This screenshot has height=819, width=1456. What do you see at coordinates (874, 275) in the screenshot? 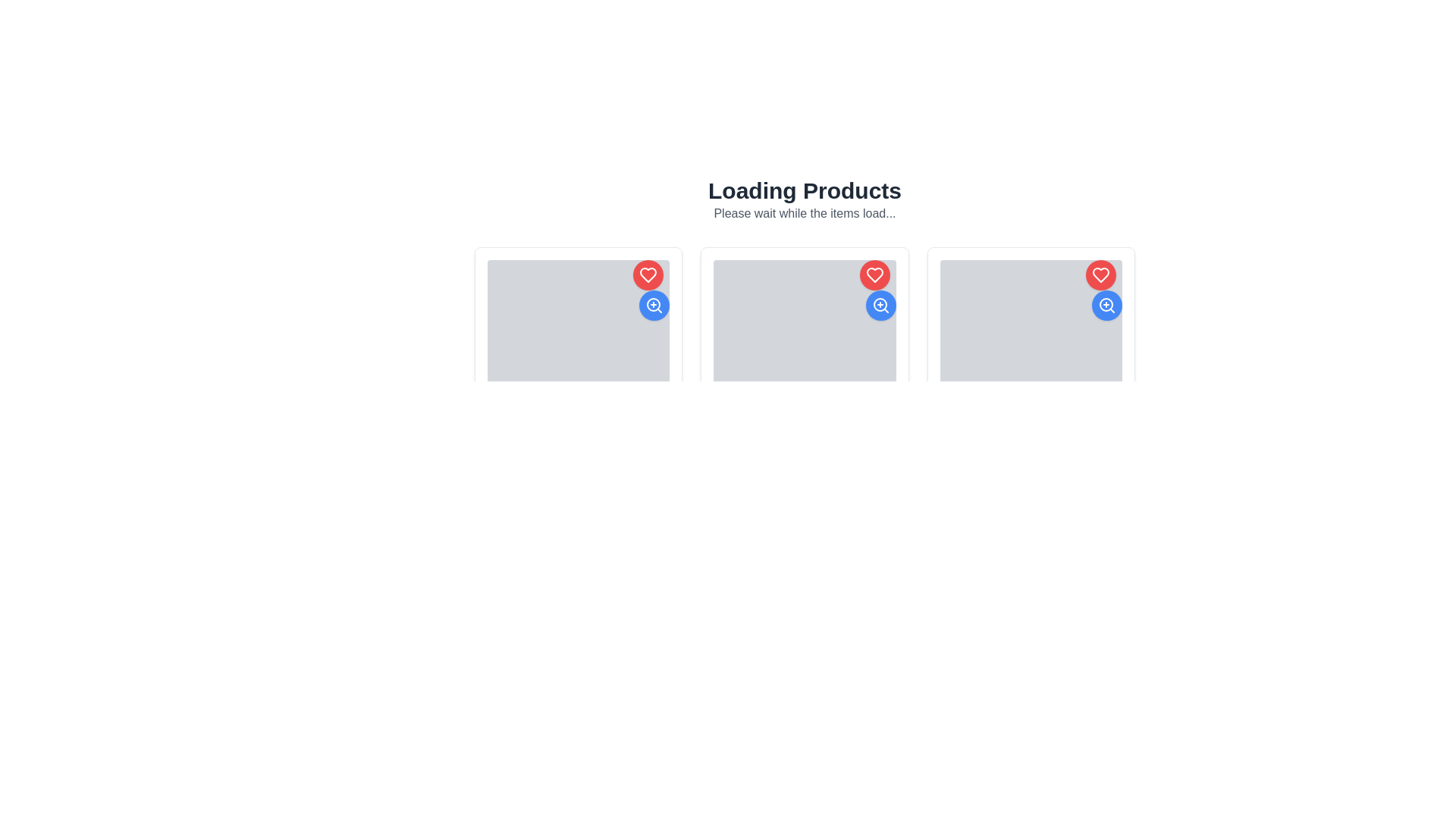
I see `the heart icon located in the top-right corner of the first rectangular item in a row of similar items to mark the item as a favorite` at bounding box center [874, 275].